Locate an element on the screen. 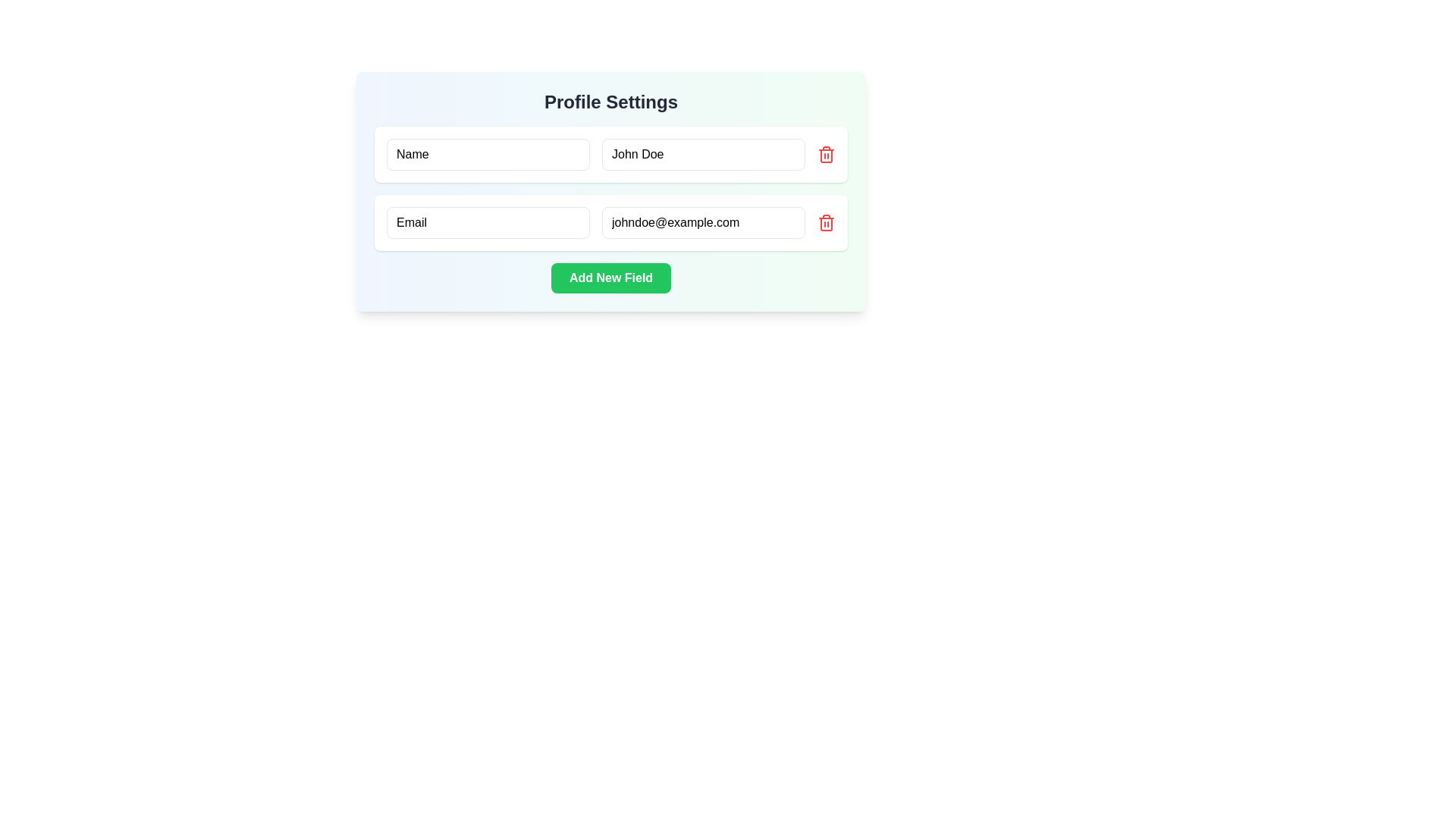 The height and width of the screenshot is (819, 1456). the Text Input Field for email entry, which allows users is located at coordinates (702, 222).